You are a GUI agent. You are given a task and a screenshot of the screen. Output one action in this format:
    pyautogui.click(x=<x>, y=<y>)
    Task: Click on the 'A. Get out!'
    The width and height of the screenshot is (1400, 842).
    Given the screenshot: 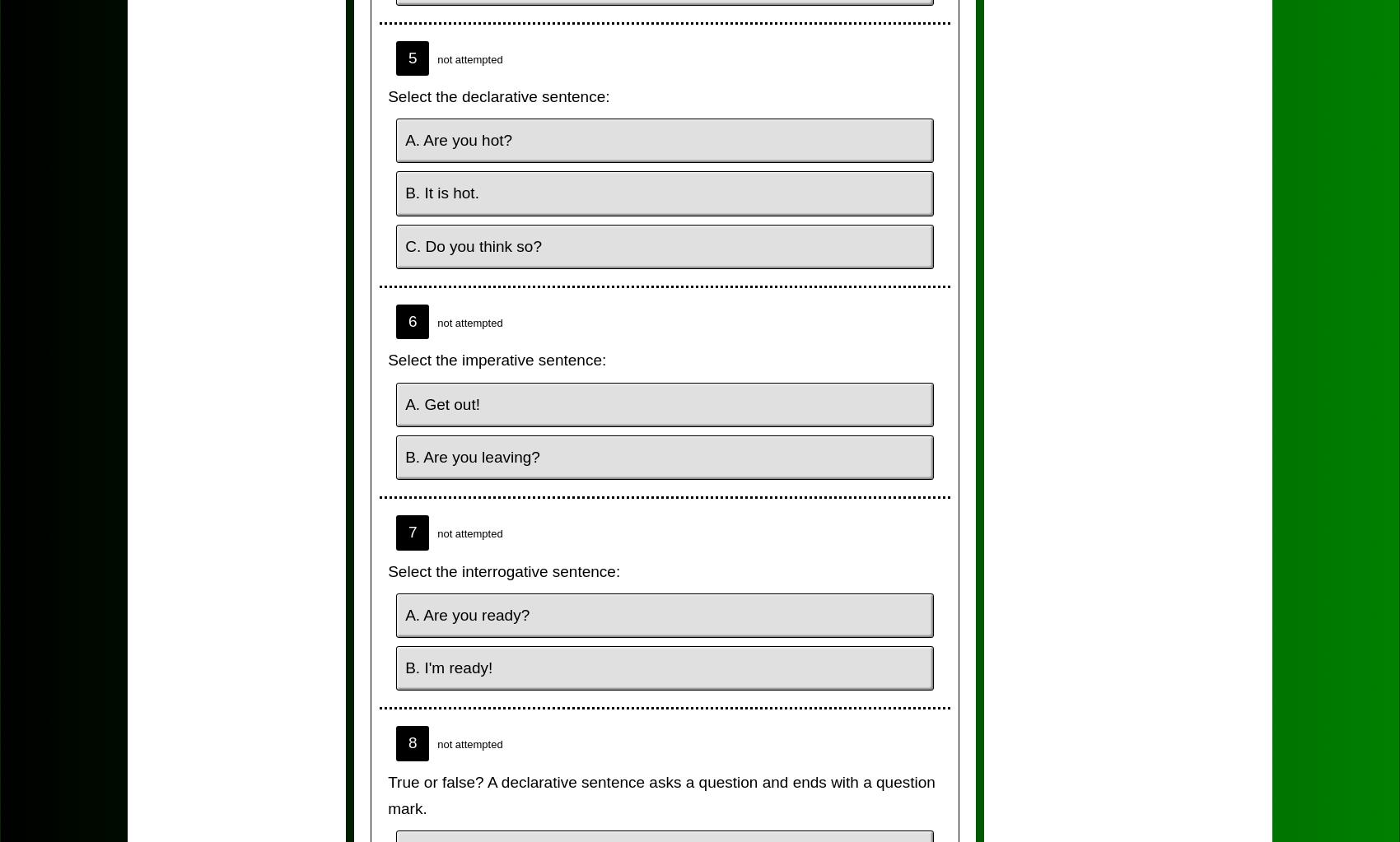 What is the action you would take?
    pyautogui.click(x=404, y=403)
    